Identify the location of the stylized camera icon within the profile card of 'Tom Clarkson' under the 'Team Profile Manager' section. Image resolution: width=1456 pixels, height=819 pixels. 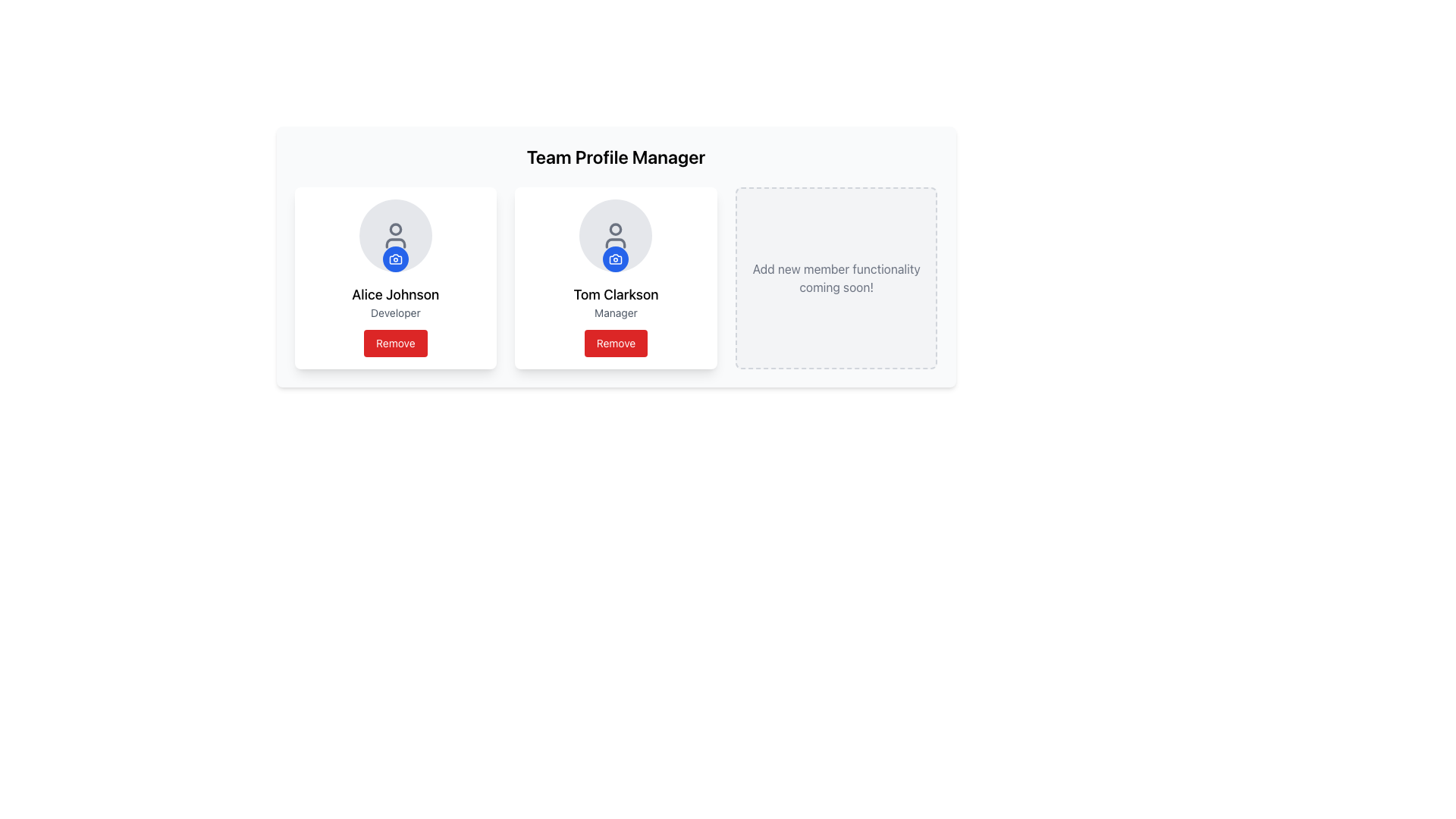
(616, 259).